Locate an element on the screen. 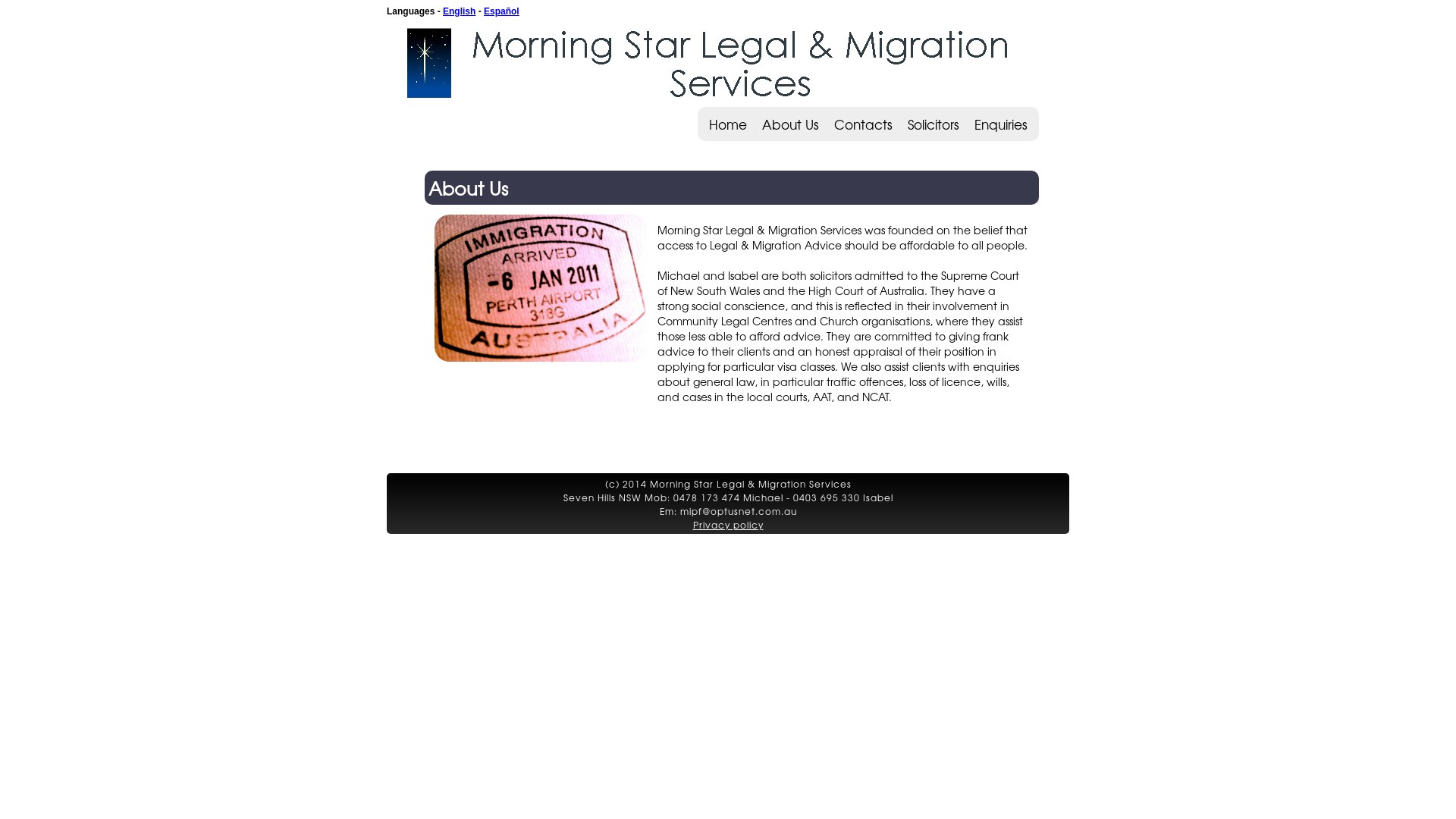  'Privacy policy' is located at coordinates (728, 523).